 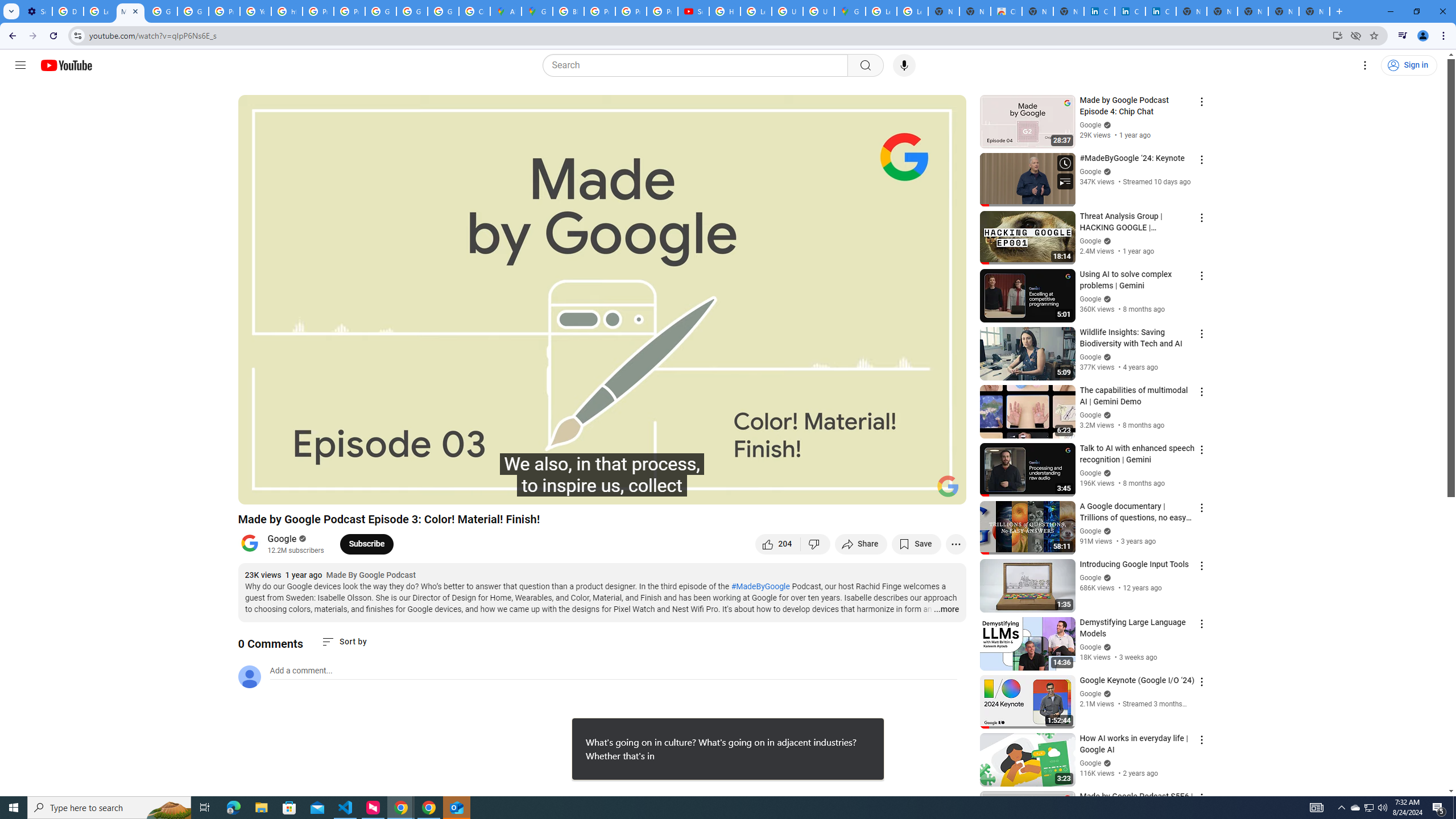 What do you see at coordinates (861, 543) in the screenshot?
I see `'Share'` at bounding box center [861, 543].